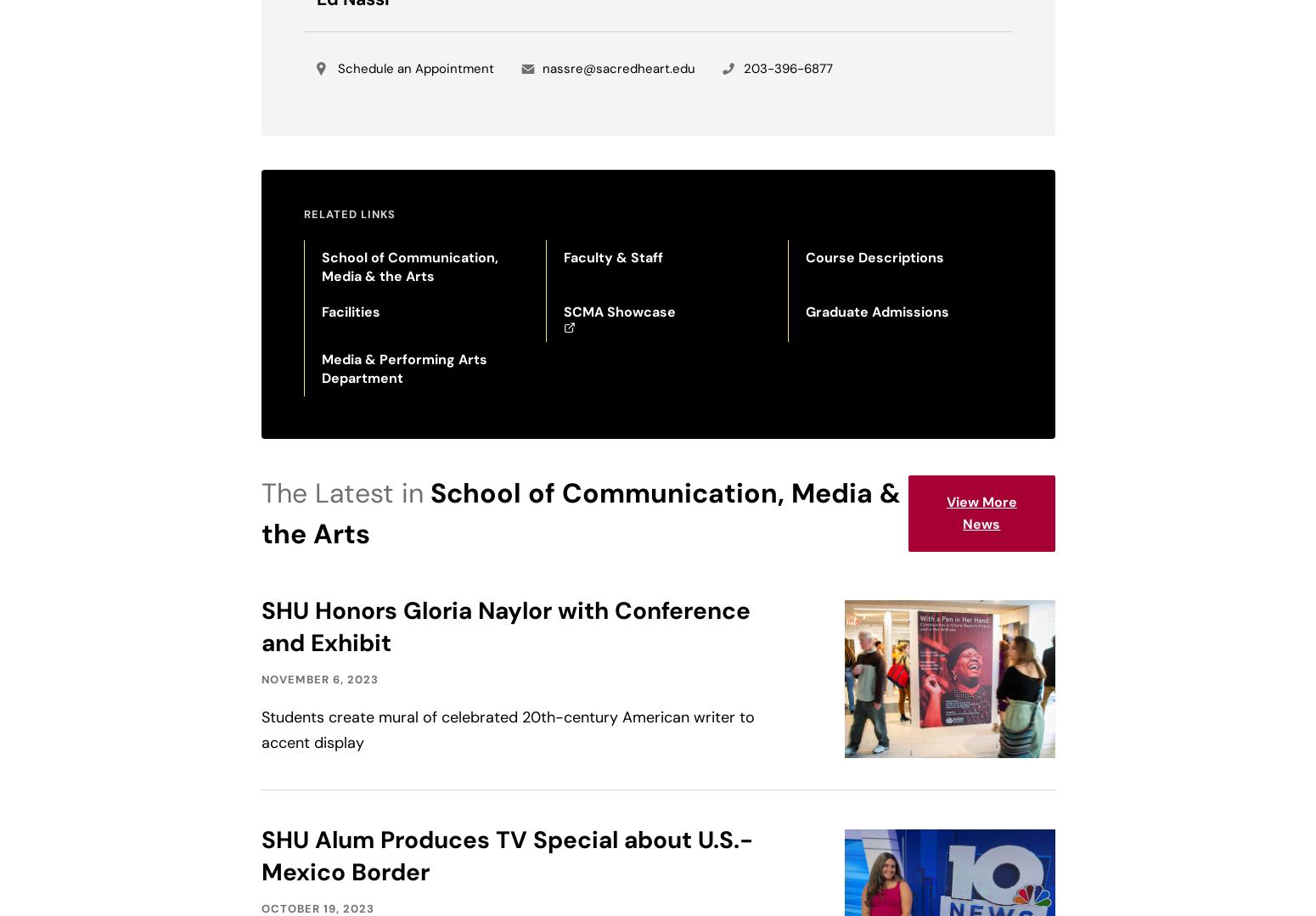  I want to click on 'nassre@sacredheart.edu', so click(618, 68).